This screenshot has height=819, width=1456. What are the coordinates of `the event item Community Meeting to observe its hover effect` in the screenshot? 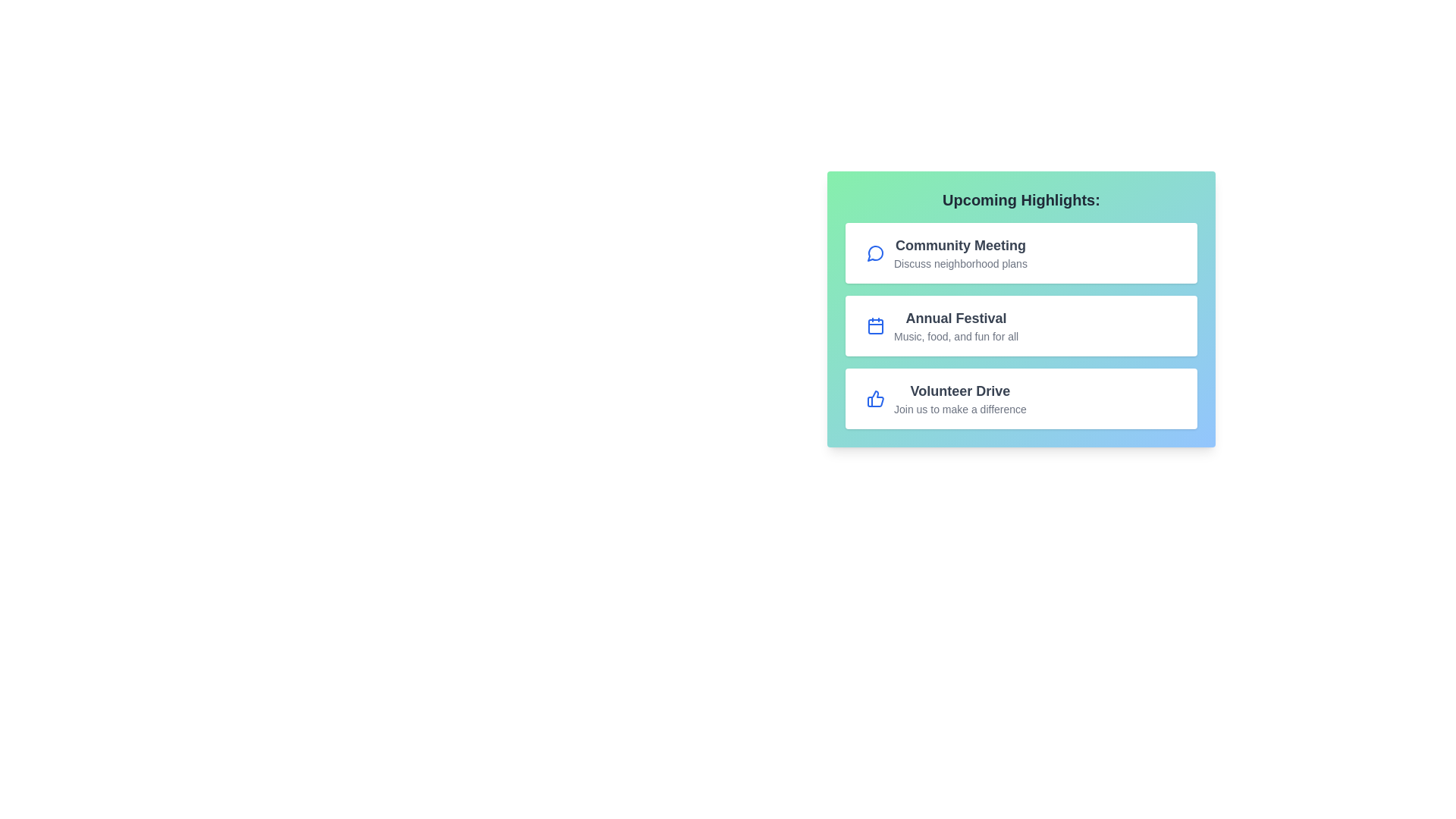 It's located at (1021, 253).